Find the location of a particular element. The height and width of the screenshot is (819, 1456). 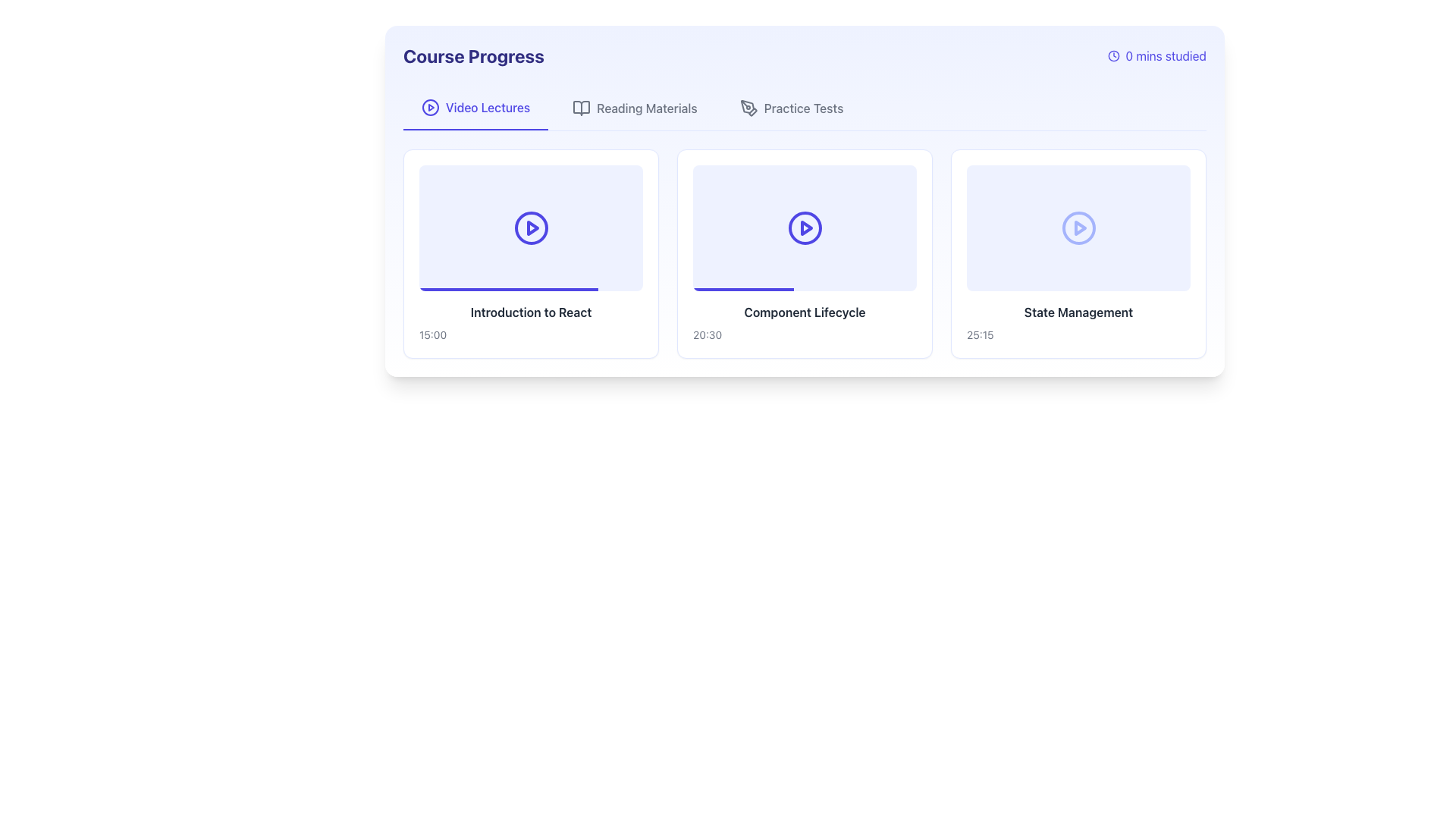

the 'Video Lectures' text label, which is located to the right of the play icon within the menu item component of the navigation bar is located at coordinates (488, 107).